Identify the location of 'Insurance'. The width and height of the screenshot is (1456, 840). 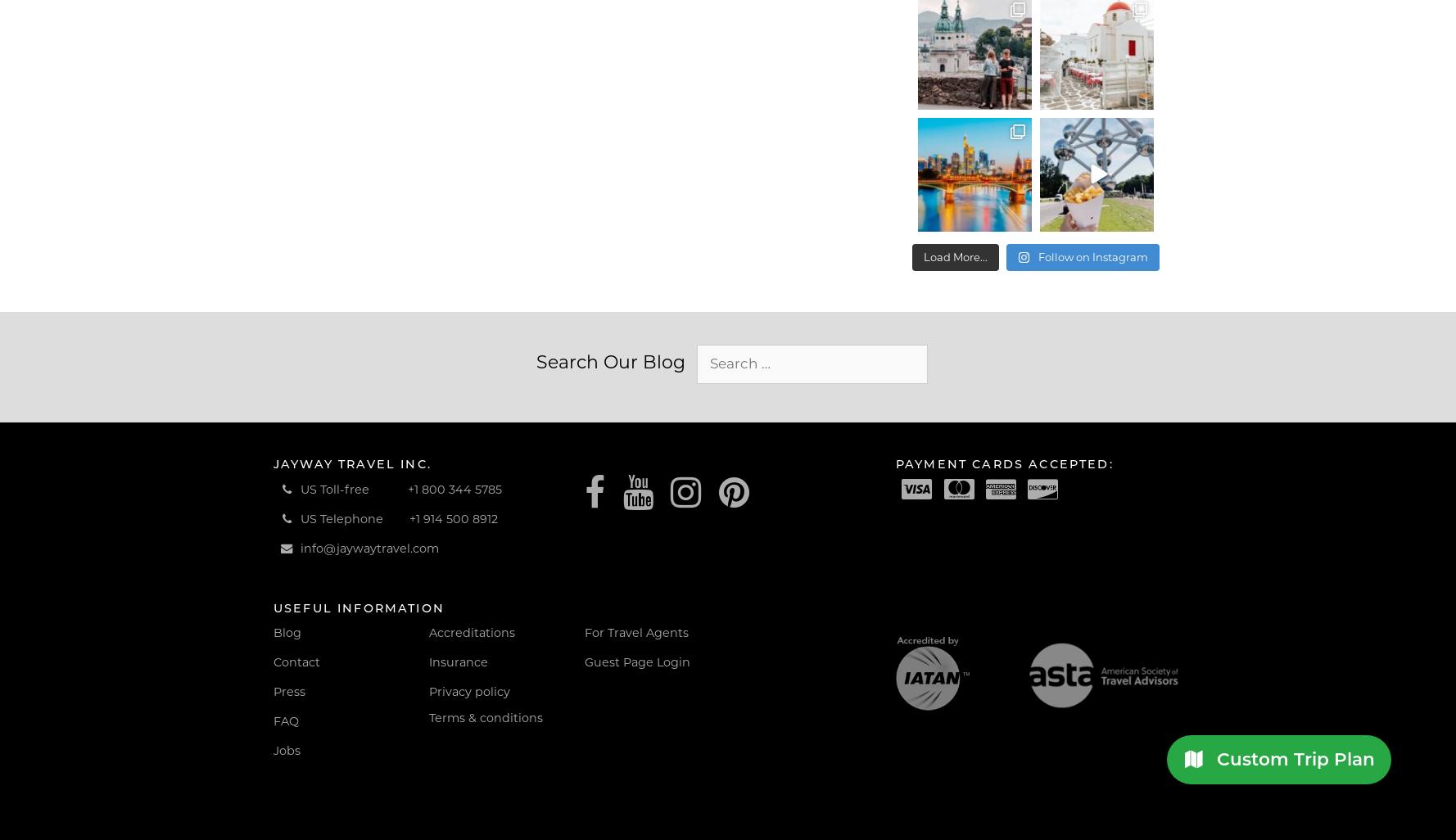
(428, 662).